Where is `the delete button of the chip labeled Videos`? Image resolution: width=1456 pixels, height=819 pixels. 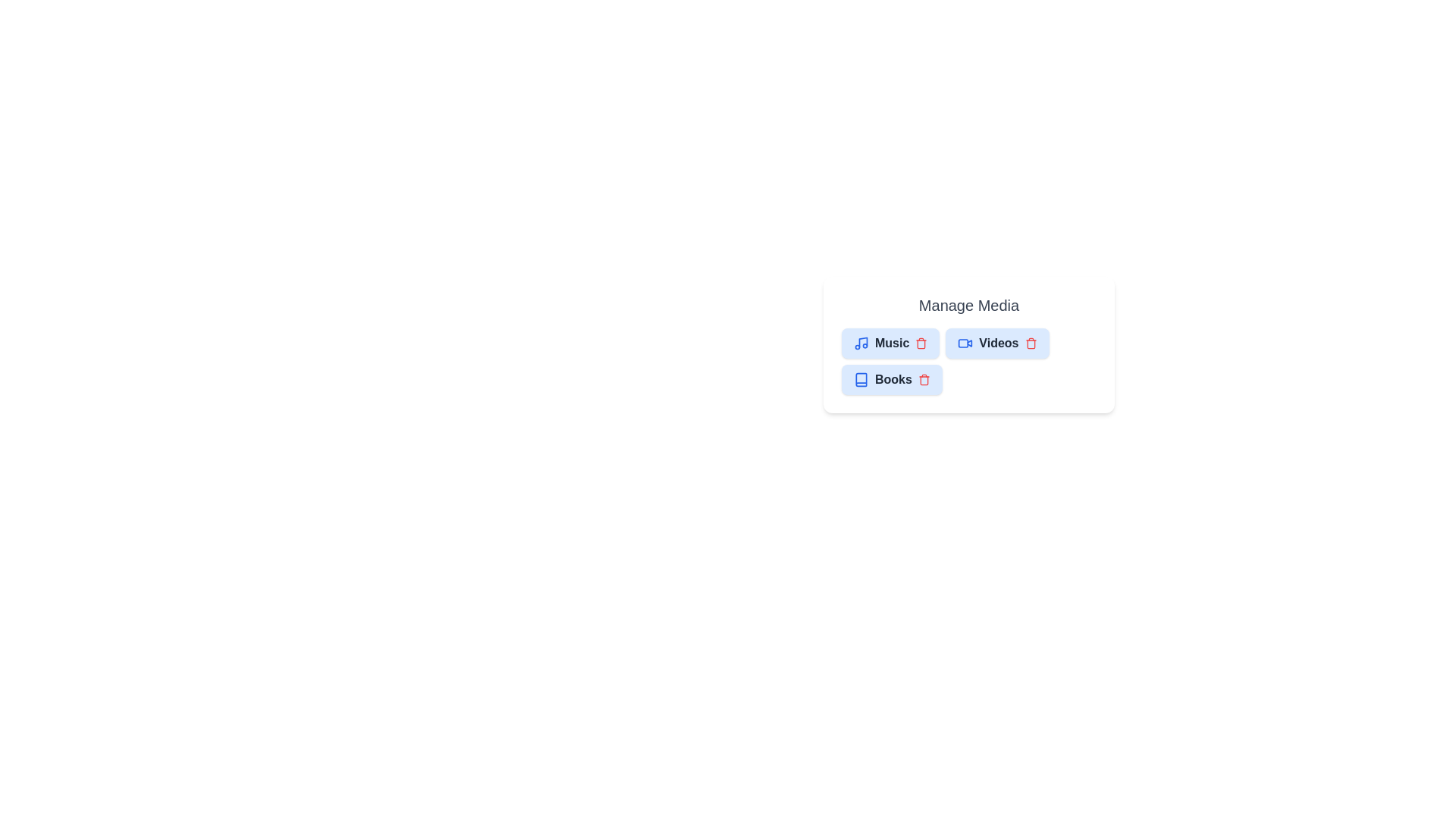
the delete button of the chip labeled Videos is located at coordinates (1031, 343).